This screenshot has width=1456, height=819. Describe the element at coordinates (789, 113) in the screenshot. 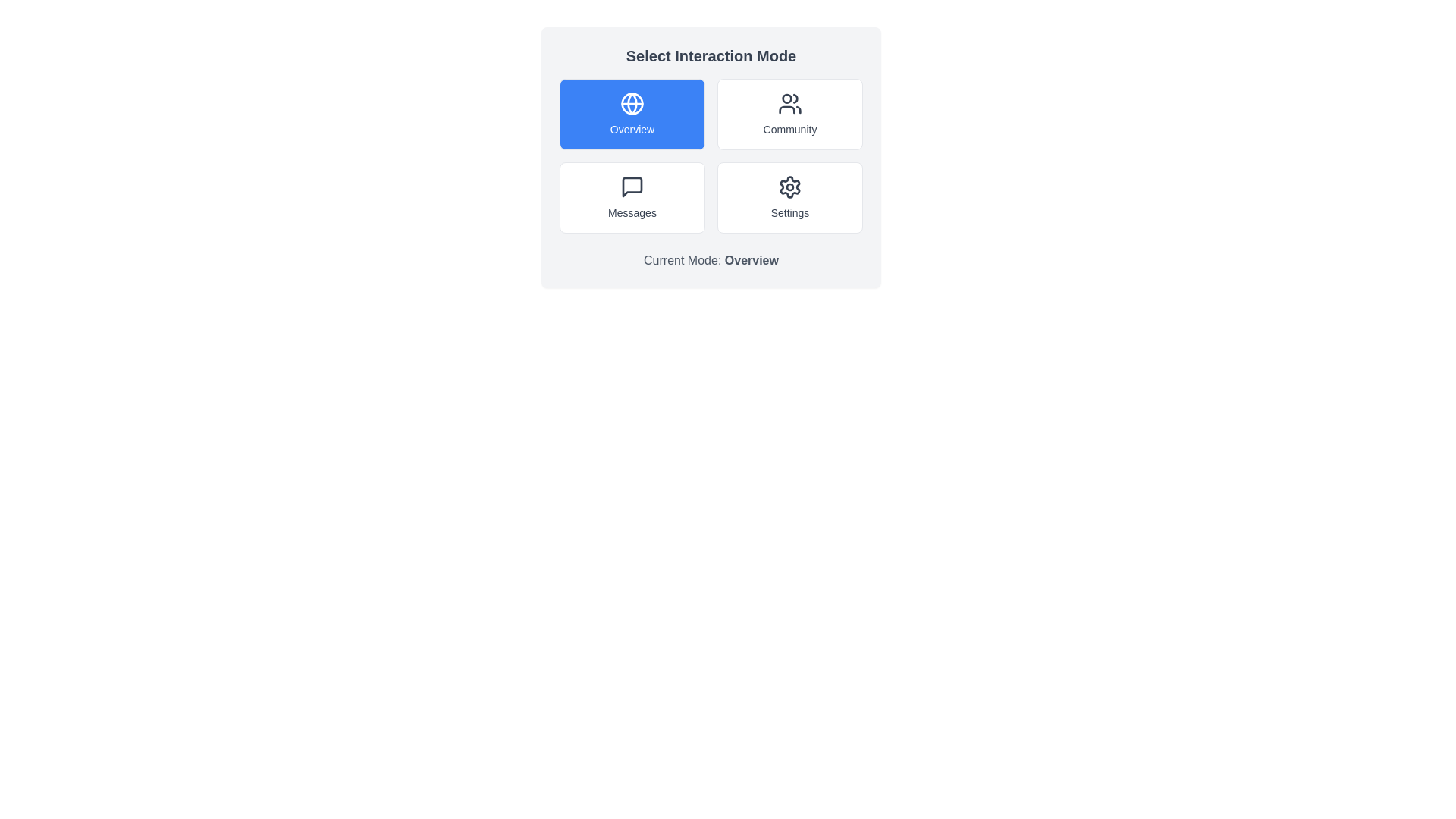

I see `the Community button to observe the hover effect` at that location.